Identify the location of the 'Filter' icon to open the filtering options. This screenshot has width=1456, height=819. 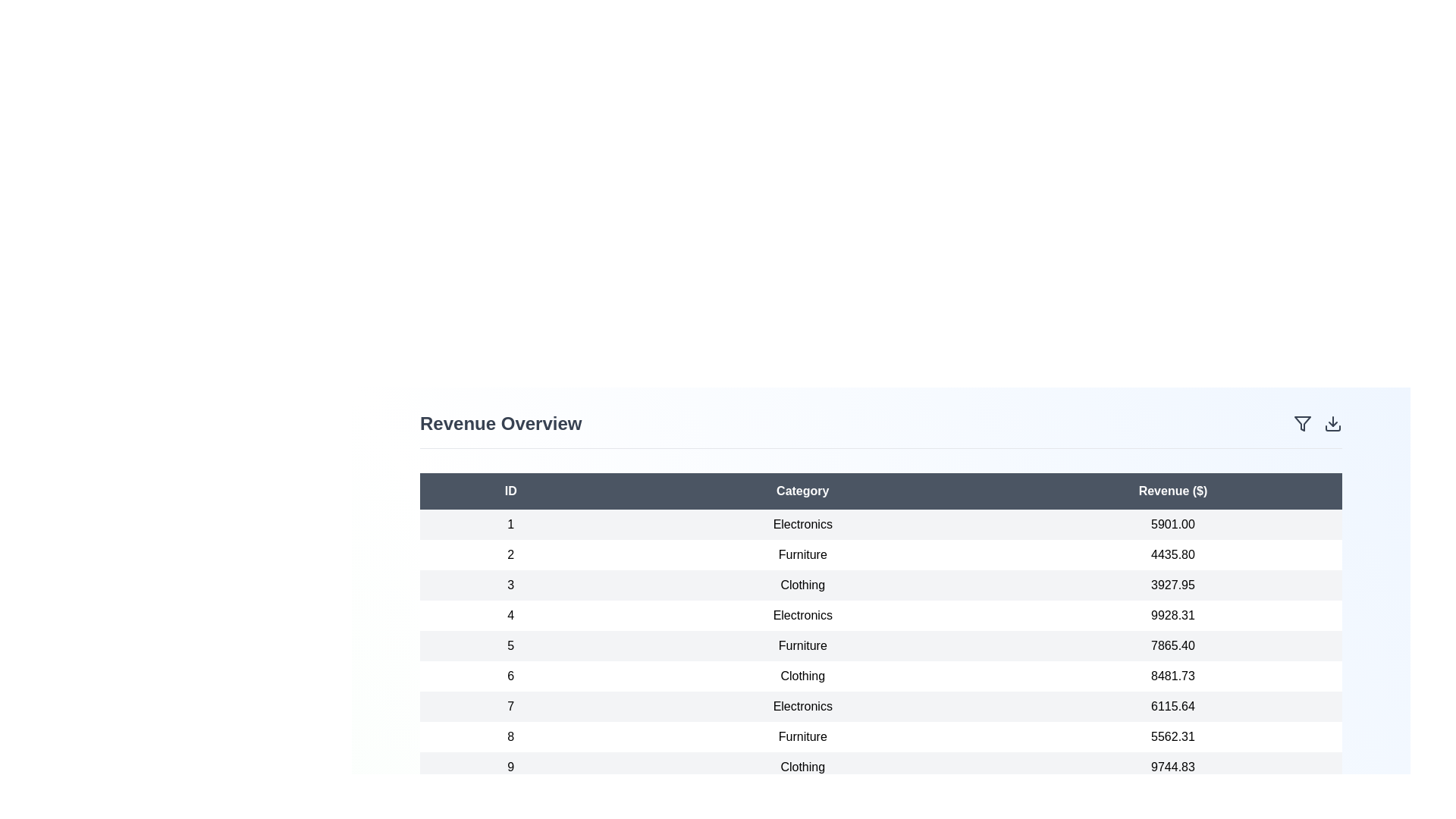
(1302, 424).